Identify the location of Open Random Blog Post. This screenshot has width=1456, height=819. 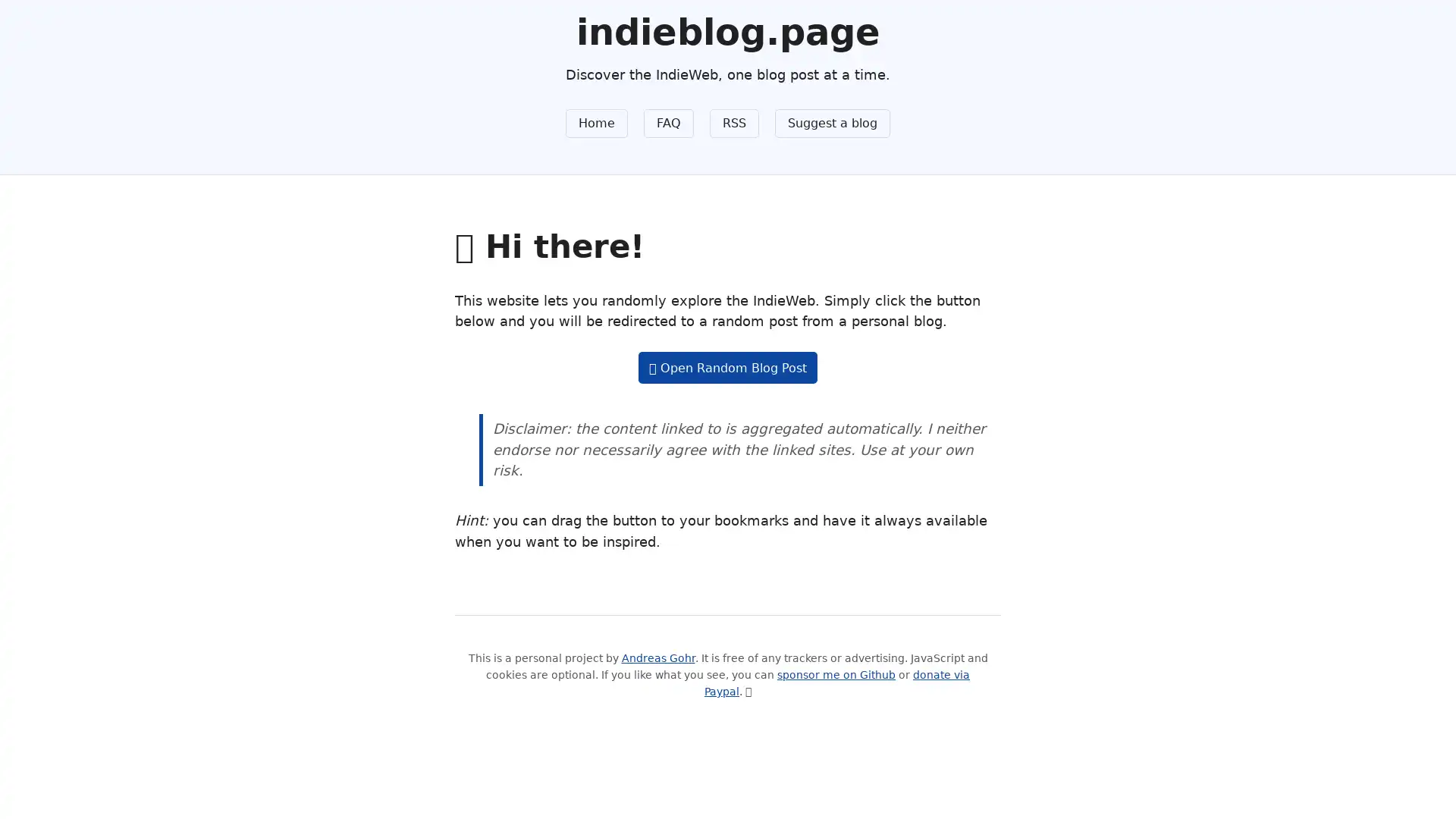
(726, 367).